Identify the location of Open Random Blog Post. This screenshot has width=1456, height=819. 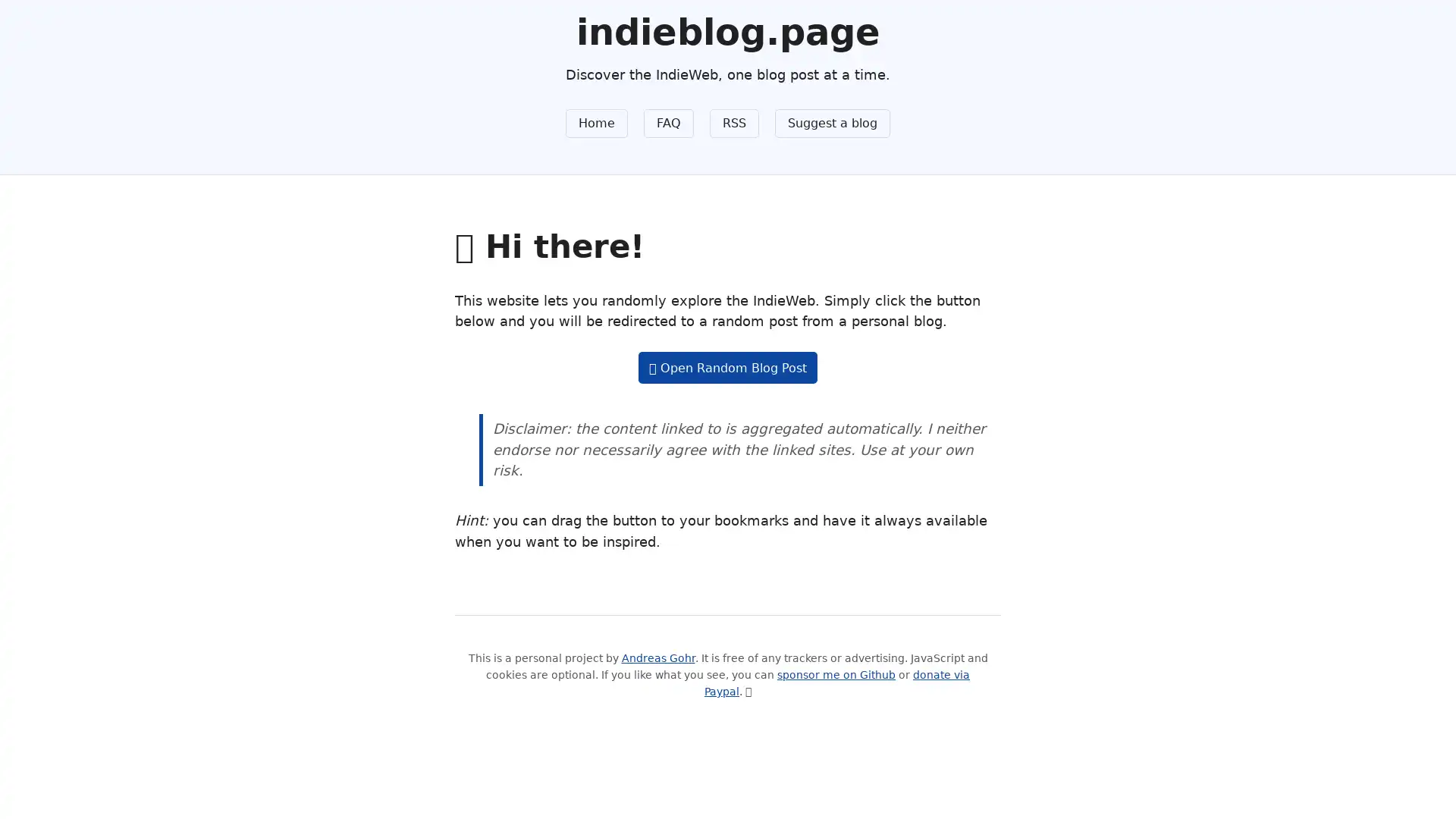
(726, 367).